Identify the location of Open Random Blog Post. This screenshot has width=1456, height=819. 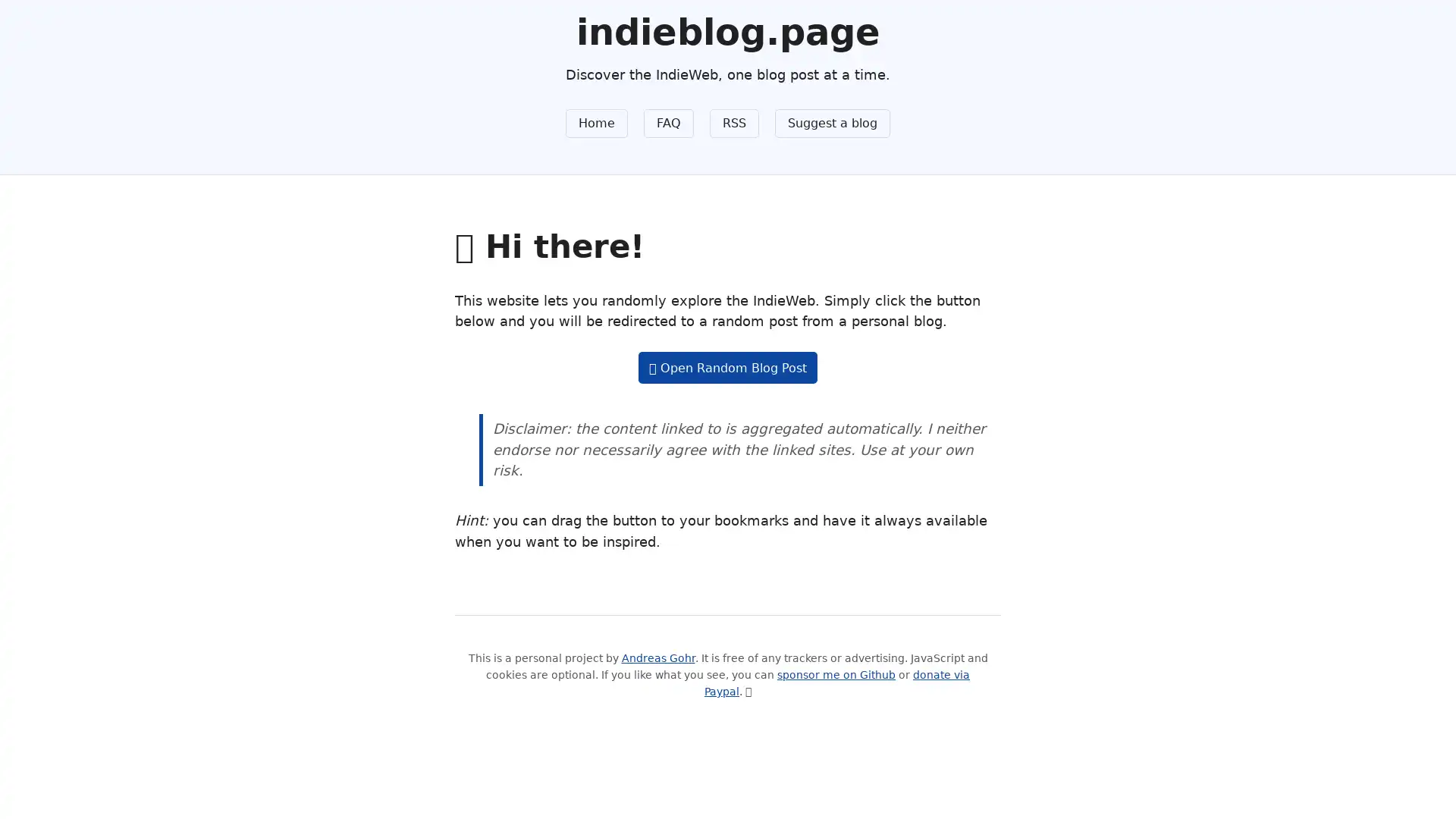
(726, 367).